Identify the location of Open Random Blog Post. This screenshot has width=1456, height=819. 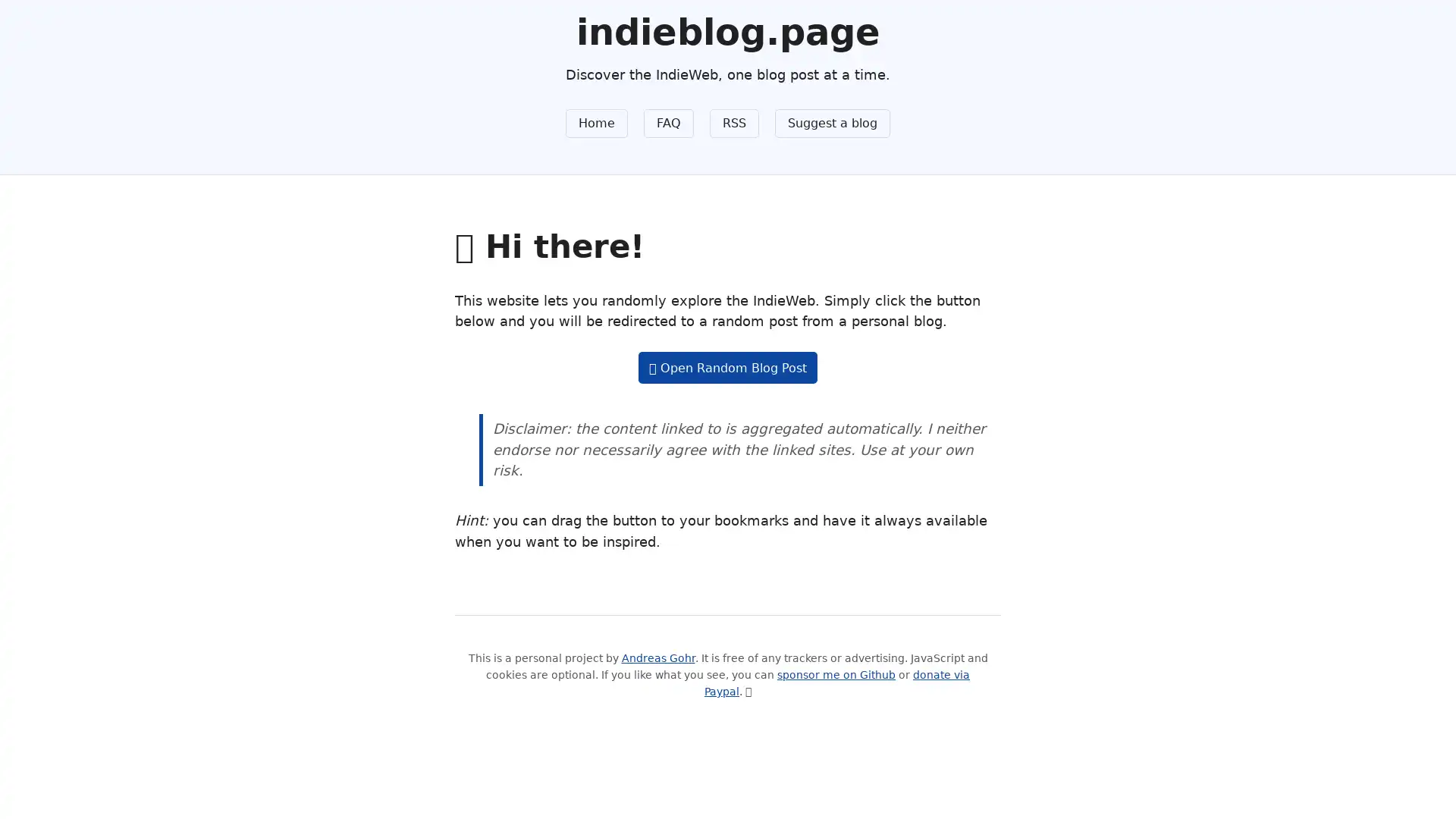
(726, 367).